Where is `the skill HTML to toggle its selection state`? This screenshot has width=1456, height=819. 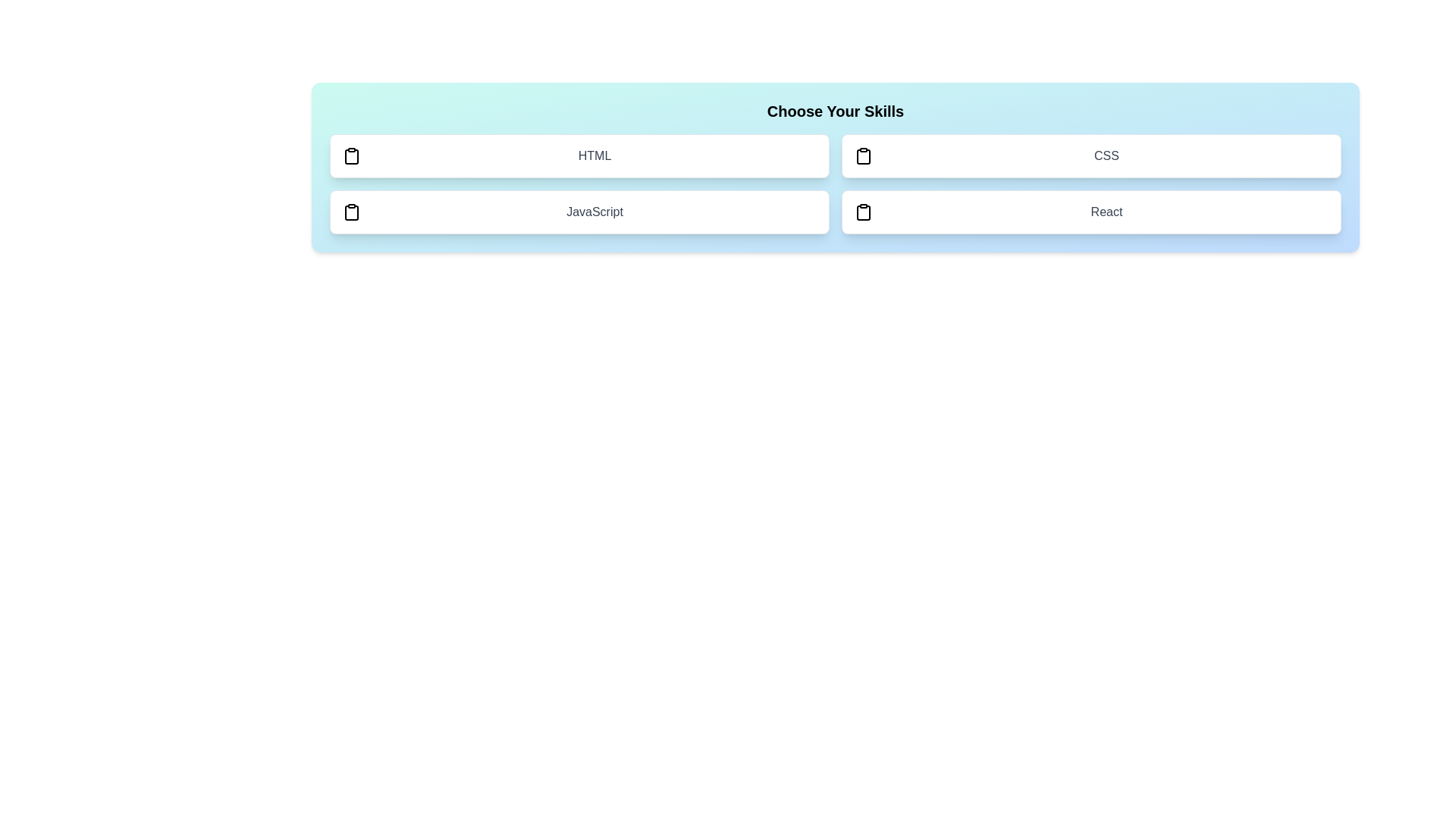
the skill HTML to toggle its selection state is located at coordinates (579, 155).